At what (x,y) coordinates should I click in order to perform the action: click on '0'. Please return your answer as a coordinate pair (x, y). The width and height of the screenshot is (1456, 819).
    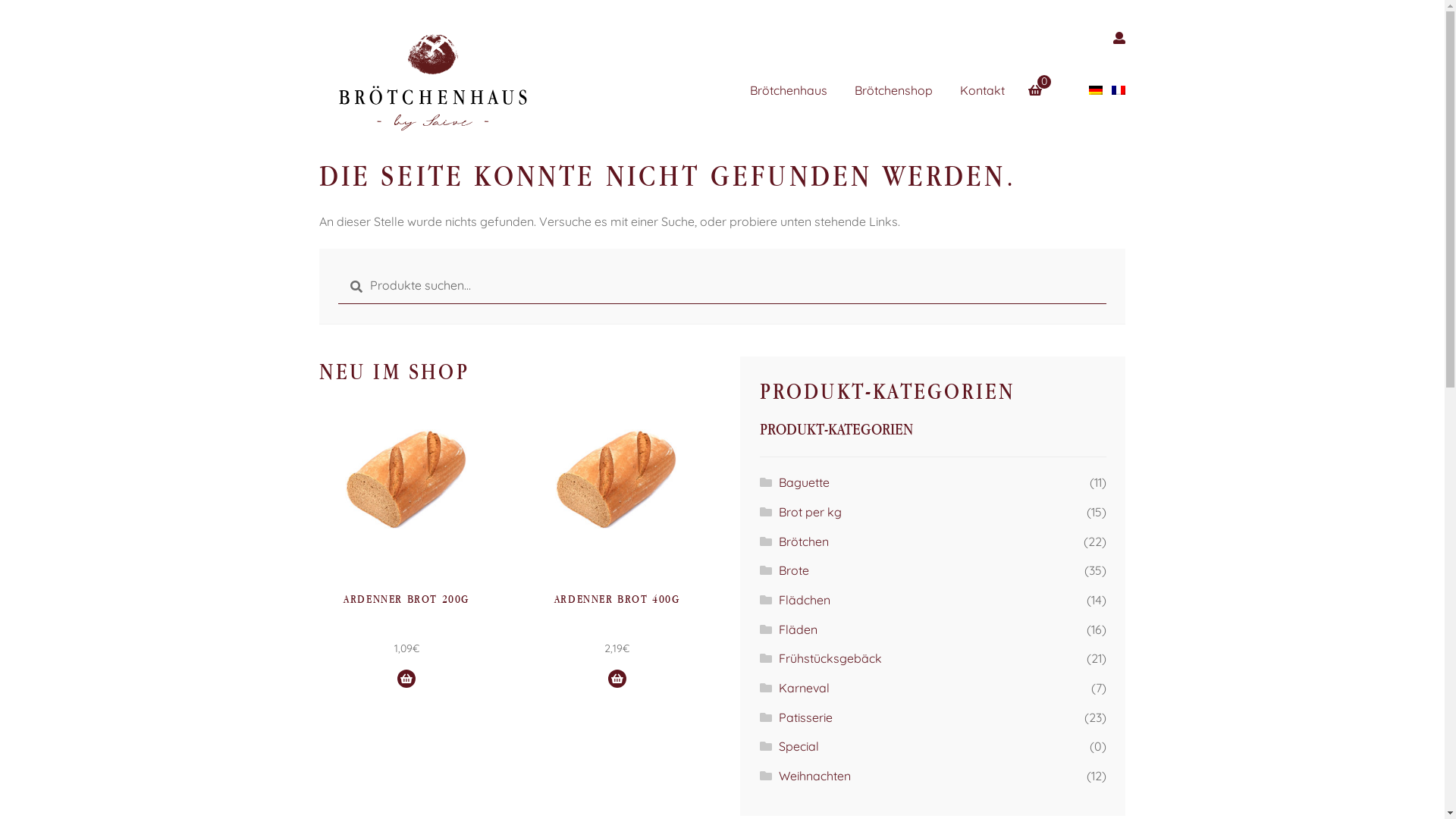
    Looking at the image, I should click on (1029, 81).